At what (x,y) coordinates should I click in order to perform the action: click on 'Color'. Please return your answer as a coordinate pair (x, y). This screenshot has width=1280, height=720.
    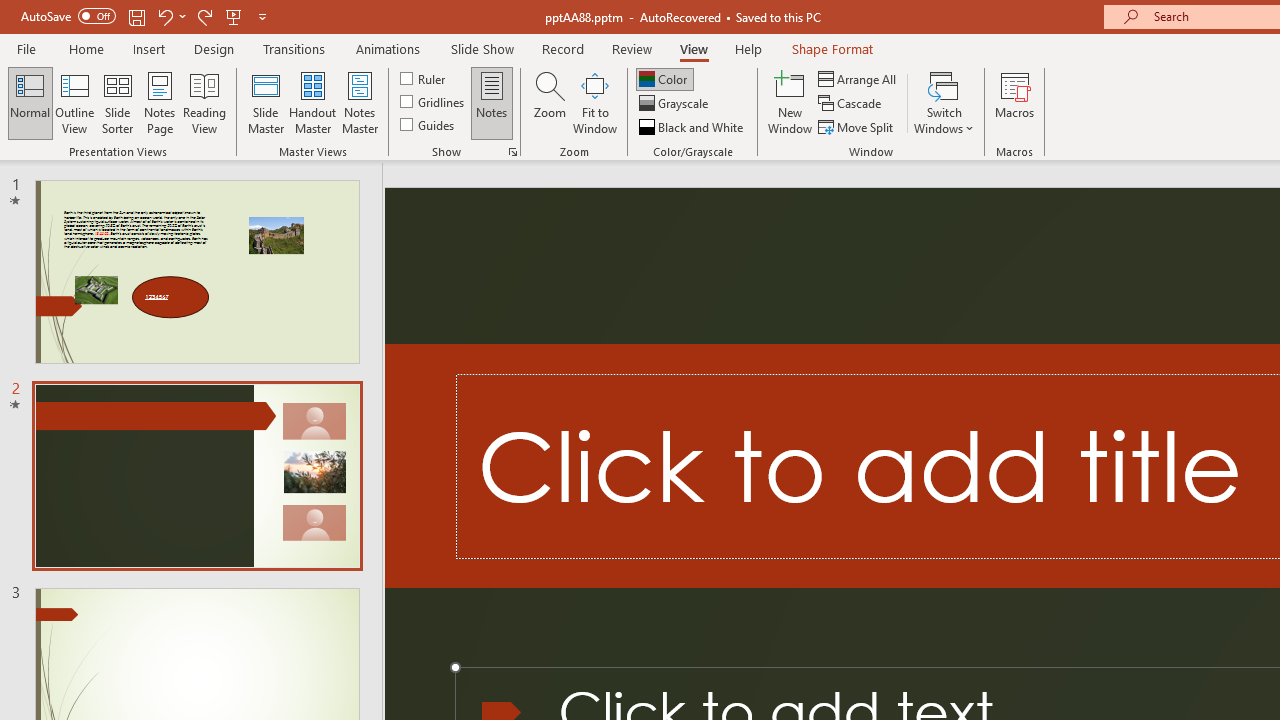
    Looking at the image, I should click on (664, 78).